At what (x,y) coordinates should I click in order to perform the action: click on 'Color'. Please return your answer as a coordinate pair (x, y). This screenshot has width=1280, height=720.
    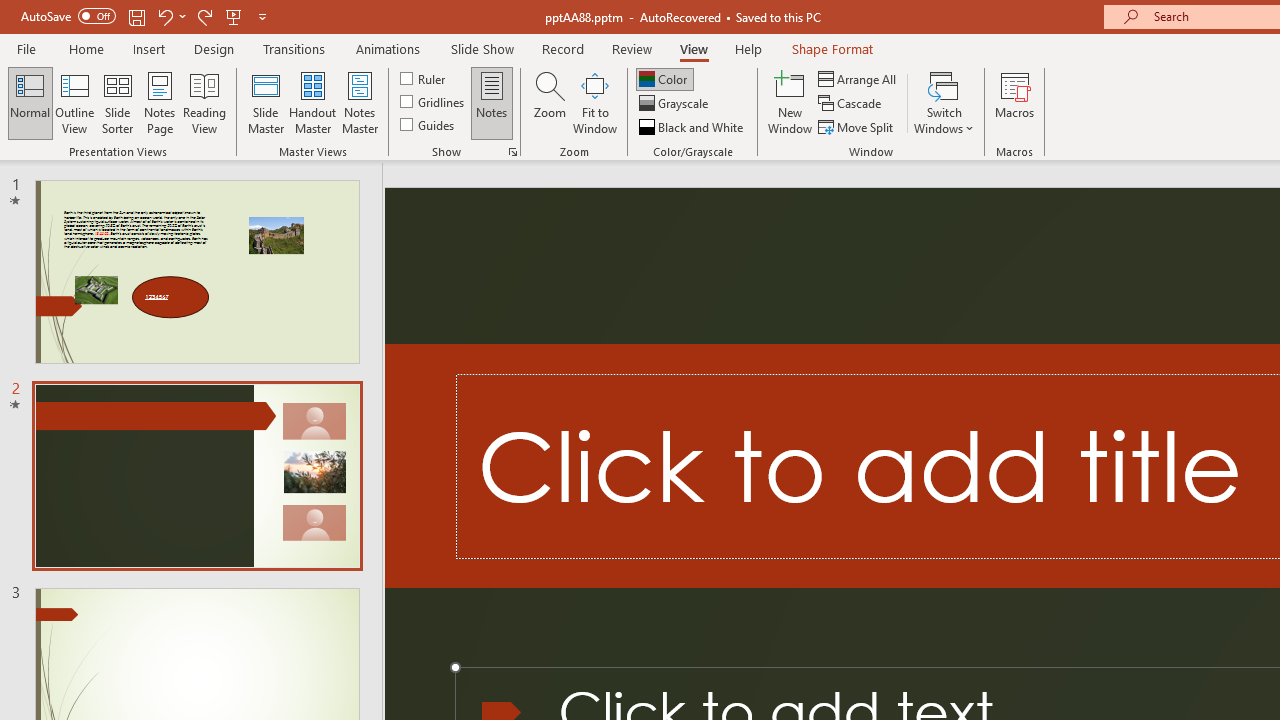
    Looking at the image, I should click on (664, 78).